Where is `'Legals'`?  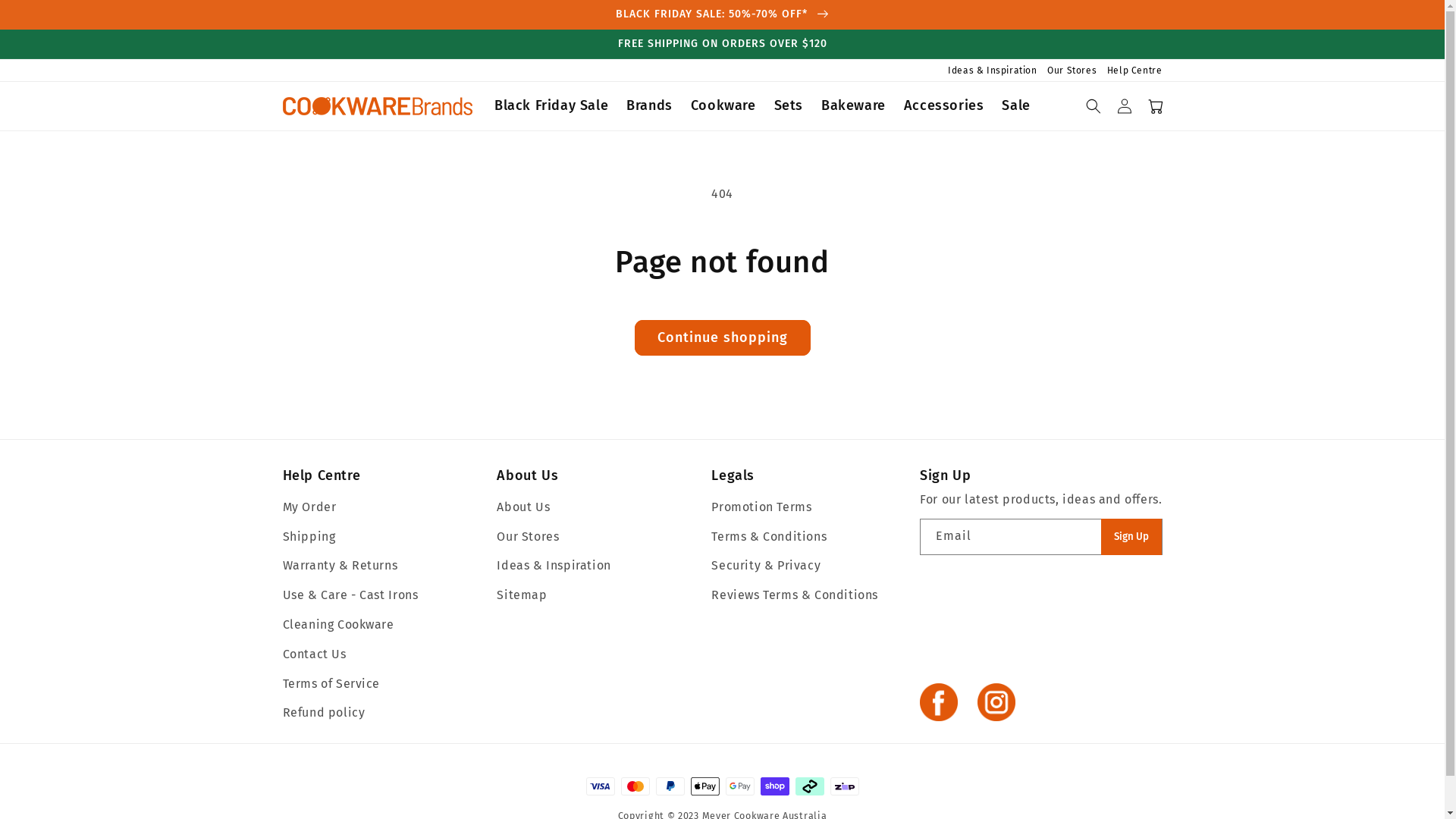
'Legals' is located at coordinates (814, 475).